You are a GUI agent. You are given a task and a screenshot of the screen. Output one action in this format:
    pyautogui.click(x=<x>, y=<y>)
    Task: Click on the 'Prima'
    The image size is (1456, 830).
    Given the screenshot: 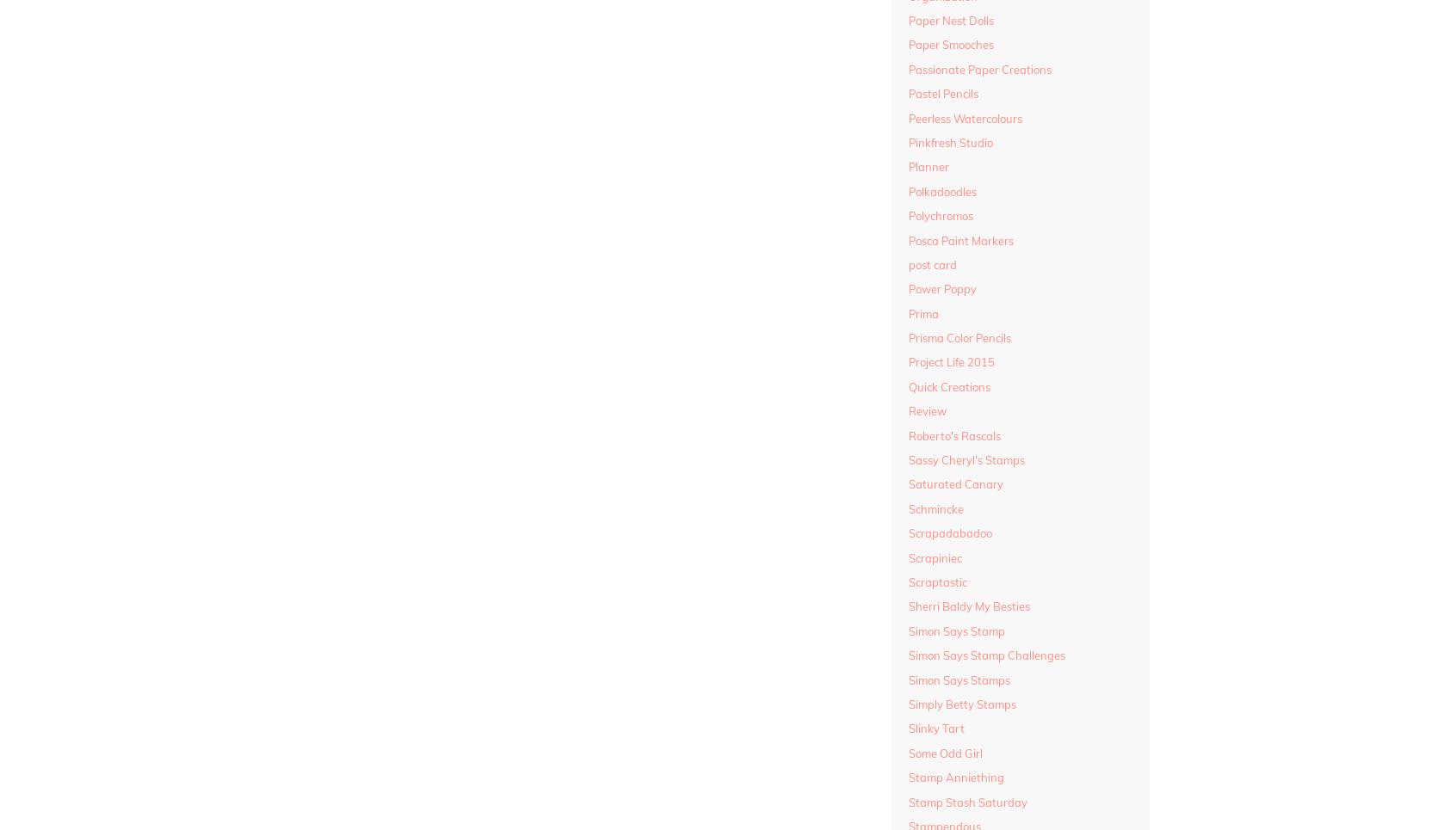 What is the action you would take?
    pyautogui.click(x=922, y=312)
    